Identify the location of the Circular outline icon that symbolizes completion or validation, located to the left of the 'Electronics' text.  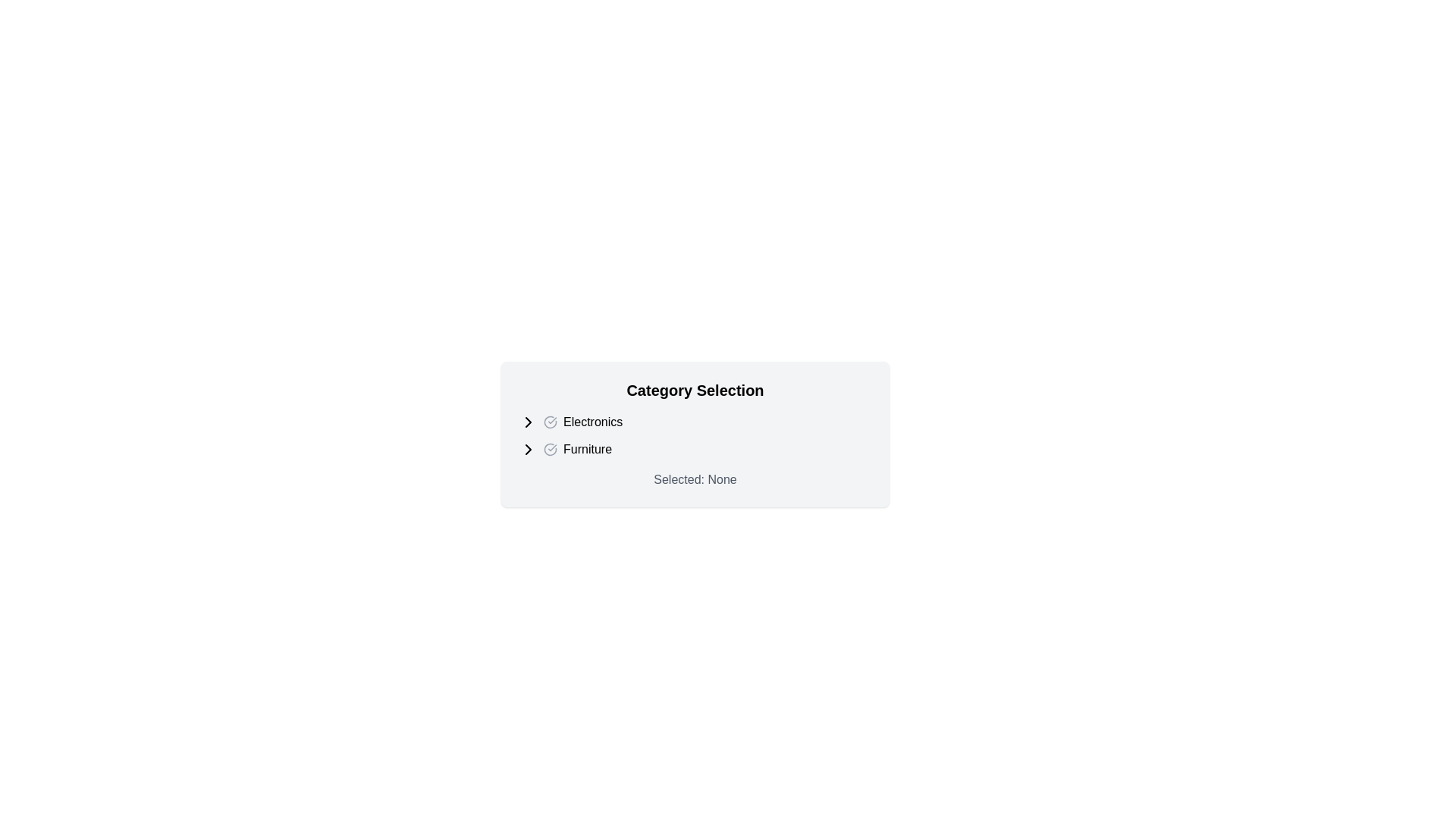
(549, 422).